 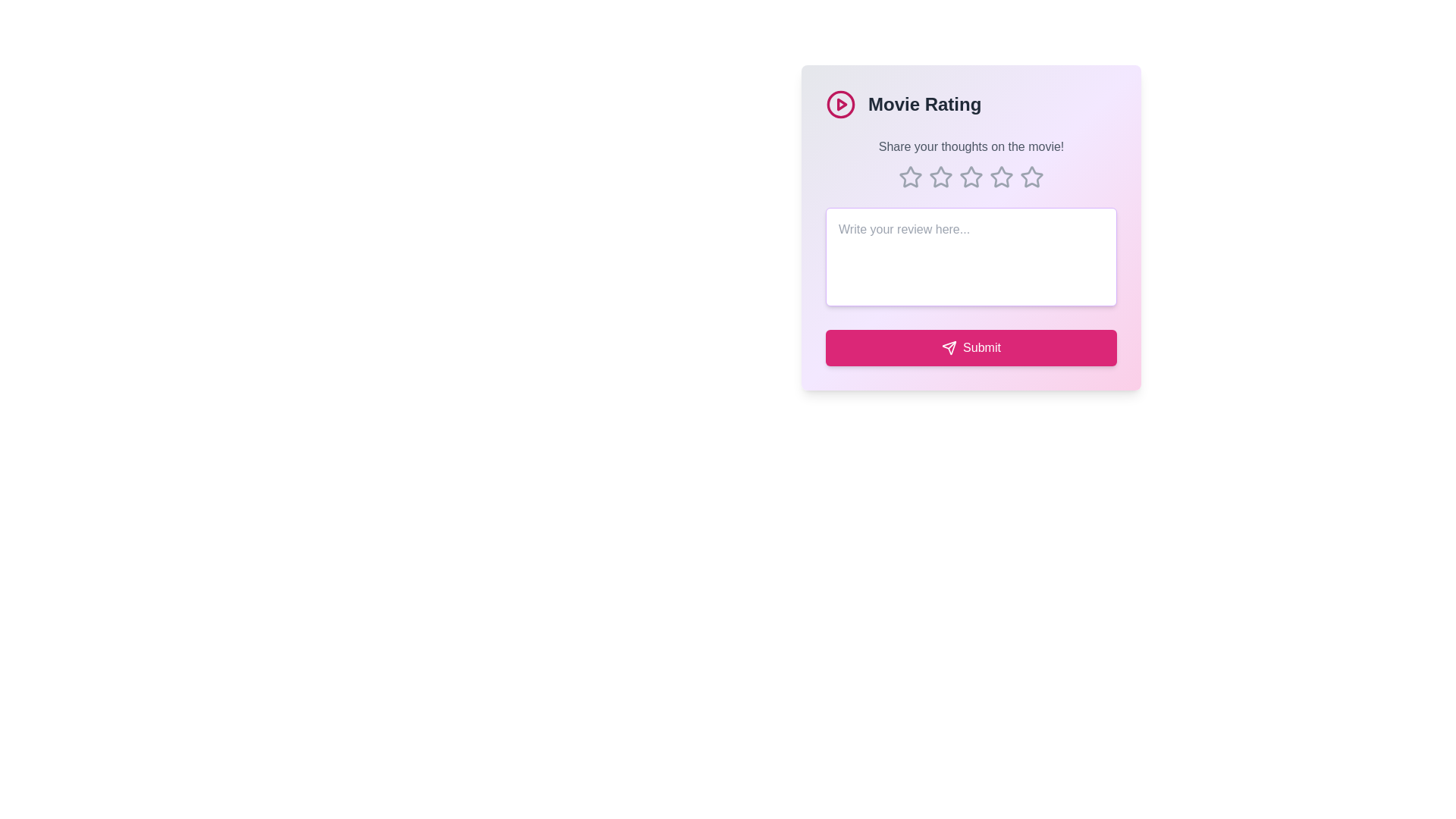 What do you see at coordinates (982, 348) in the screenshot?
I see `the pink button labeled 'Submit' located at the bottom center of the card` at bounding box center [982, 348].